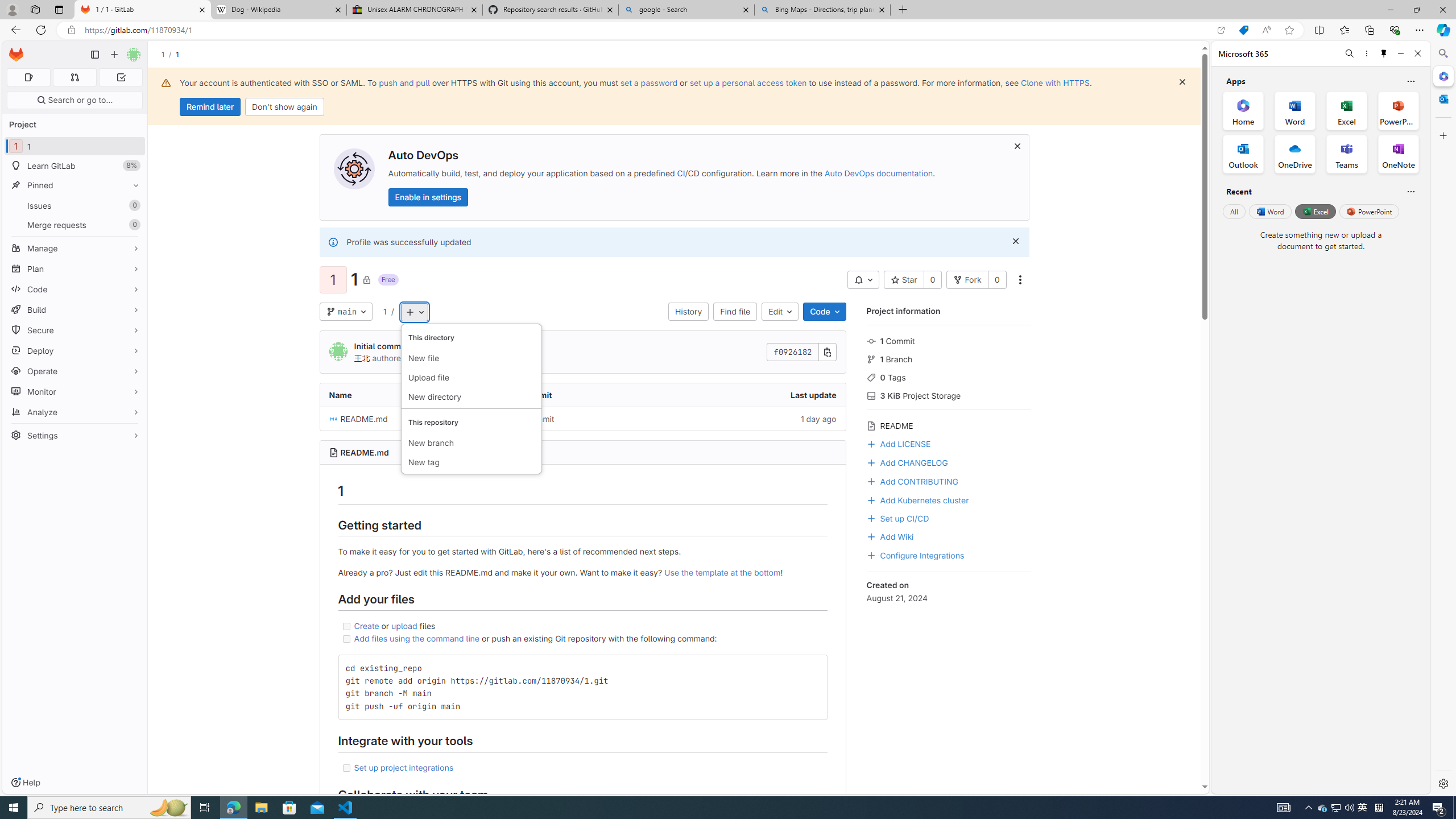  Describe the element at coordinates (74, 166) in the screenshot. I see `'Learn GitLab 8%'` at that location.